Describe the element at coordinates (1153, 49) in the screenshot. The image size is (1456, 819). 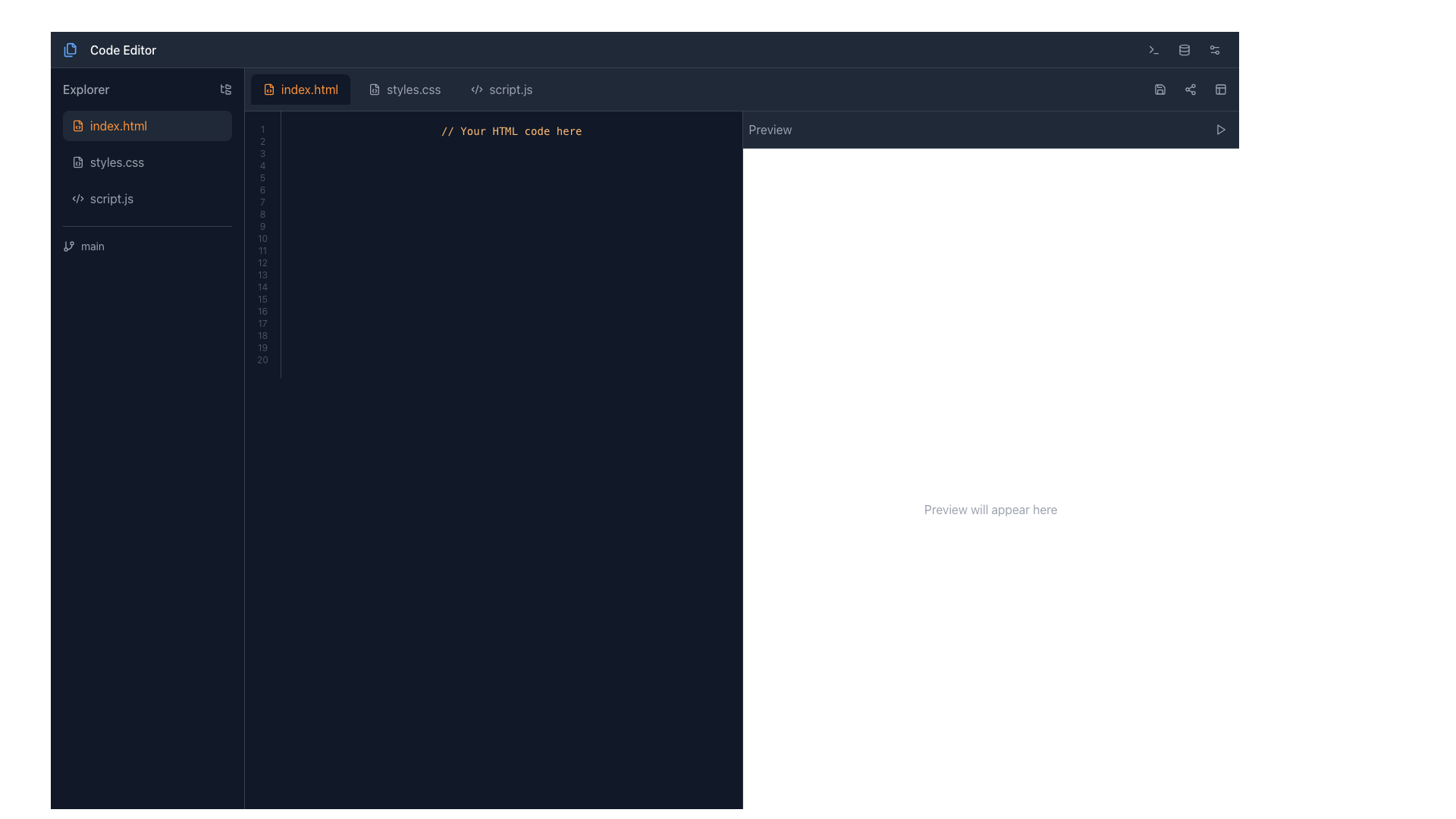
I see `the leftmost button in the top-right corner of the interface to invoke terminal-related actions` at that location.